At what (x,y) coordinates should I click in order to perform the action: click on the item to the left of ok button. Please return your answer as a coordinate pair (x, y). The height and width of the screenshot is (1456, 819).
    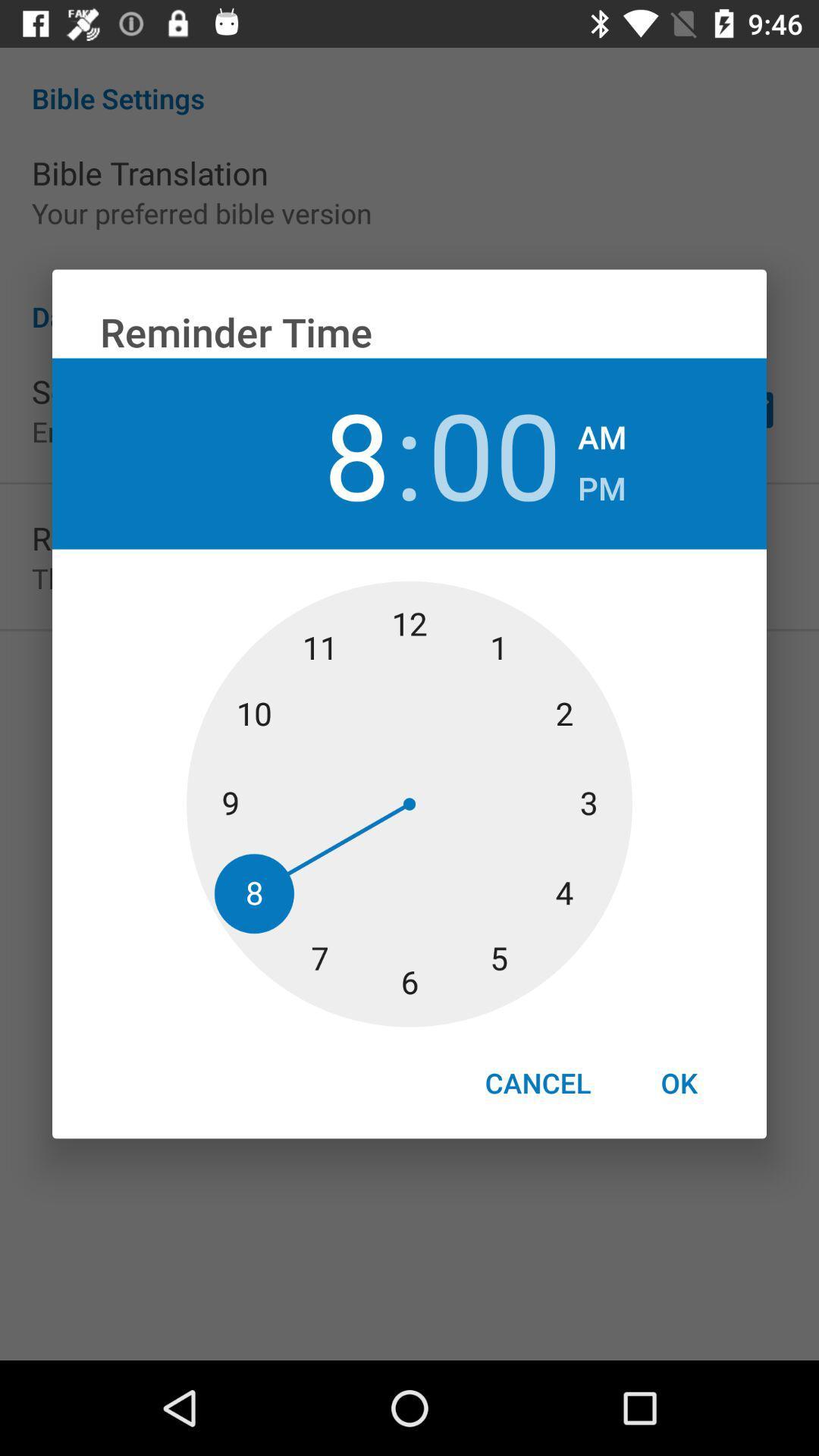
    Looking at the image, I should click on (537, 1082).